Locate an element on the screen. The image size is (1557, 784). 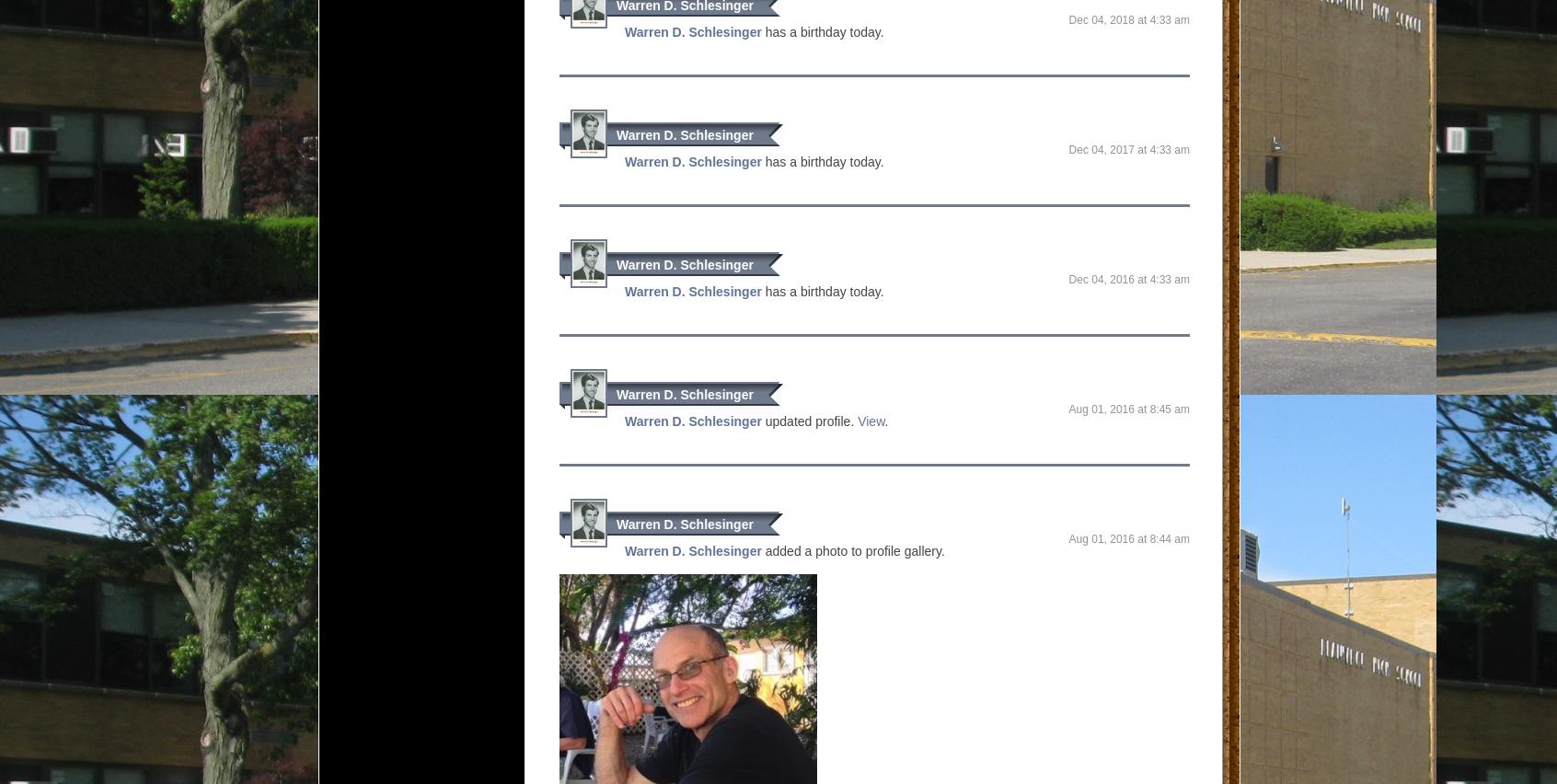
'8:45 AM' is located at coordinates (1169, 408).